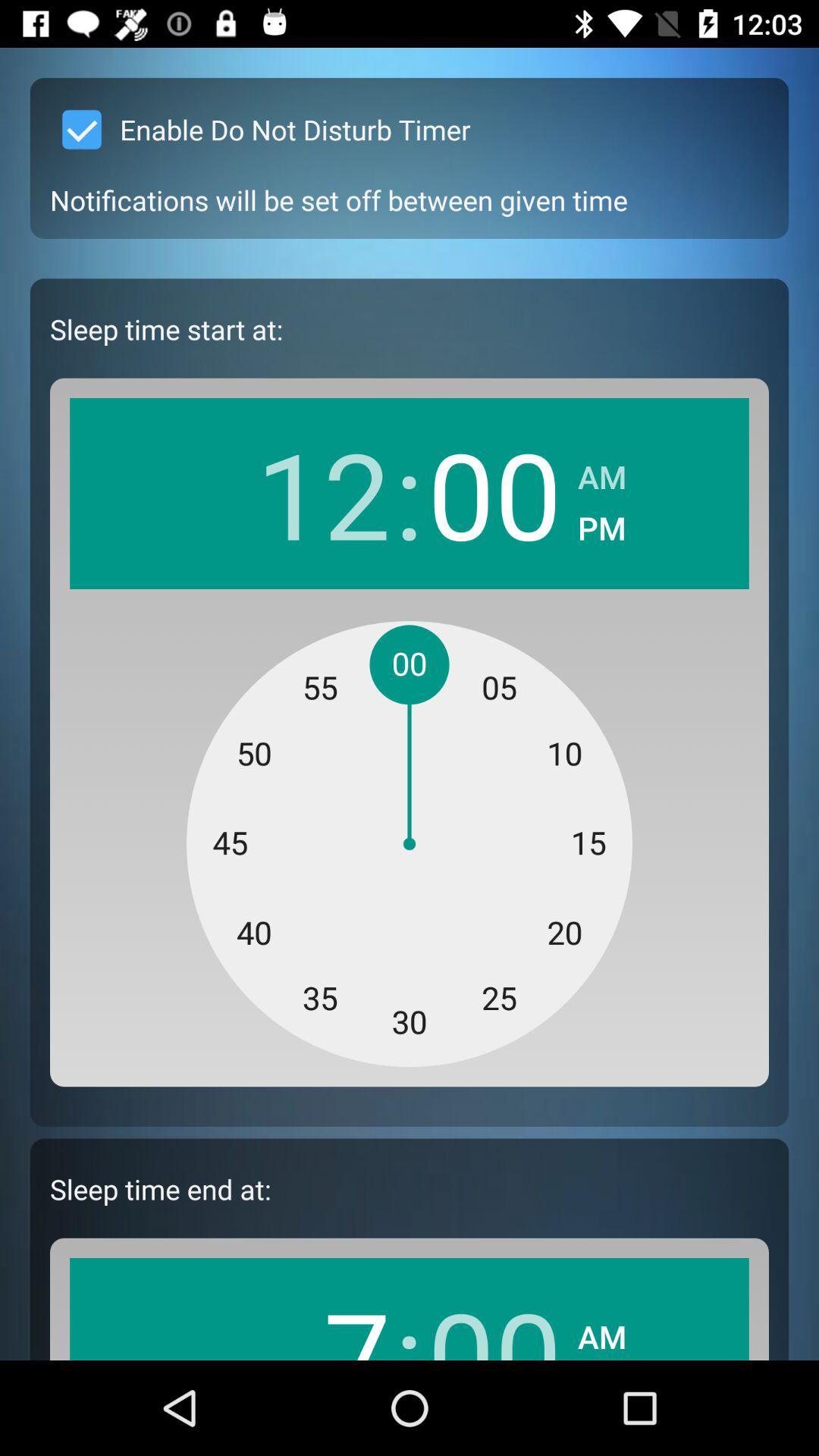 This screenshot has height=1456, width=819. I want to click on icon next to the : icon, so click(322, 1316).